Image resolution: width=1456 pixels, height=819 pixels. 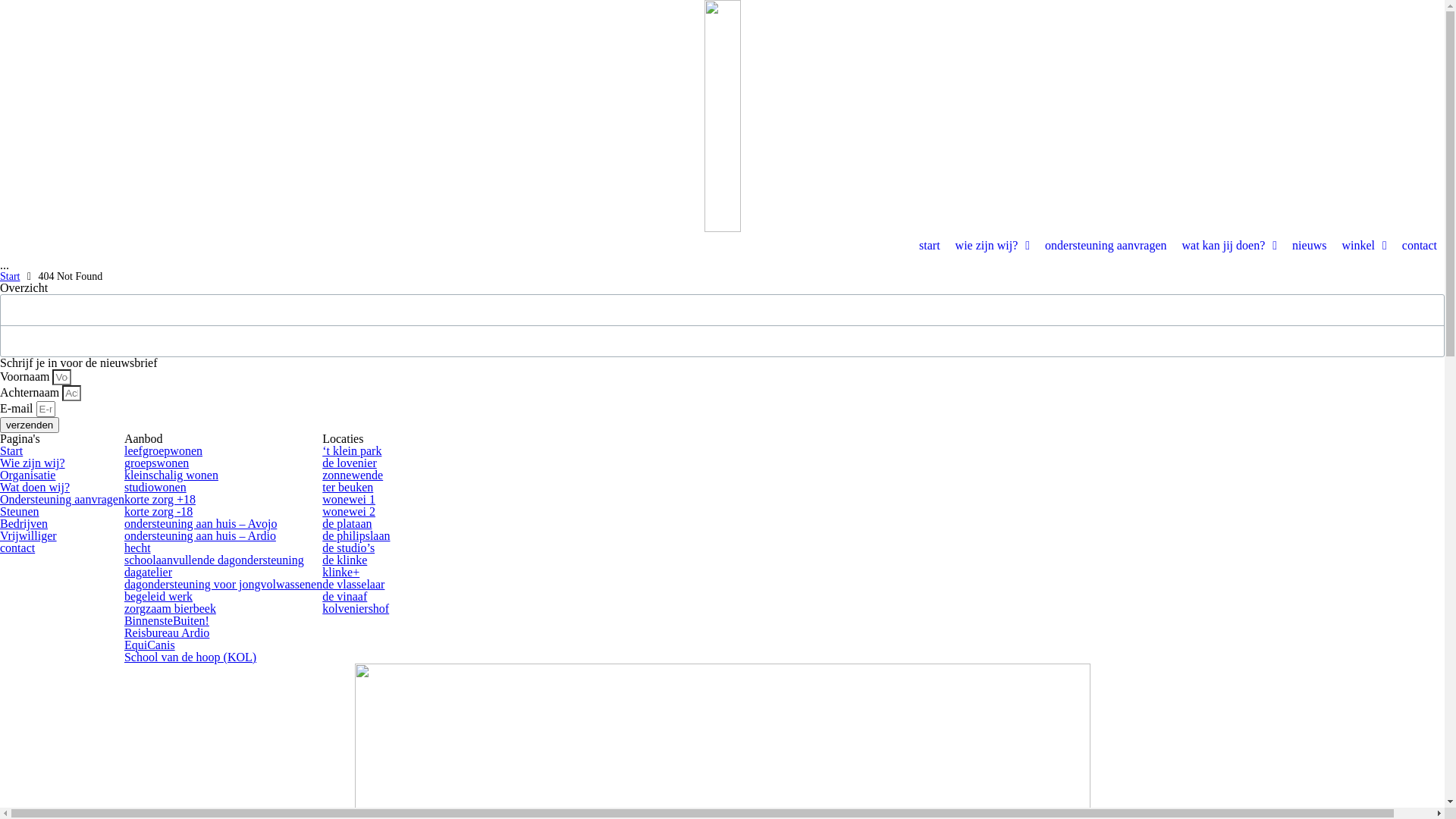 I want to click on 'groepswonen', so click(x=124, y=462).